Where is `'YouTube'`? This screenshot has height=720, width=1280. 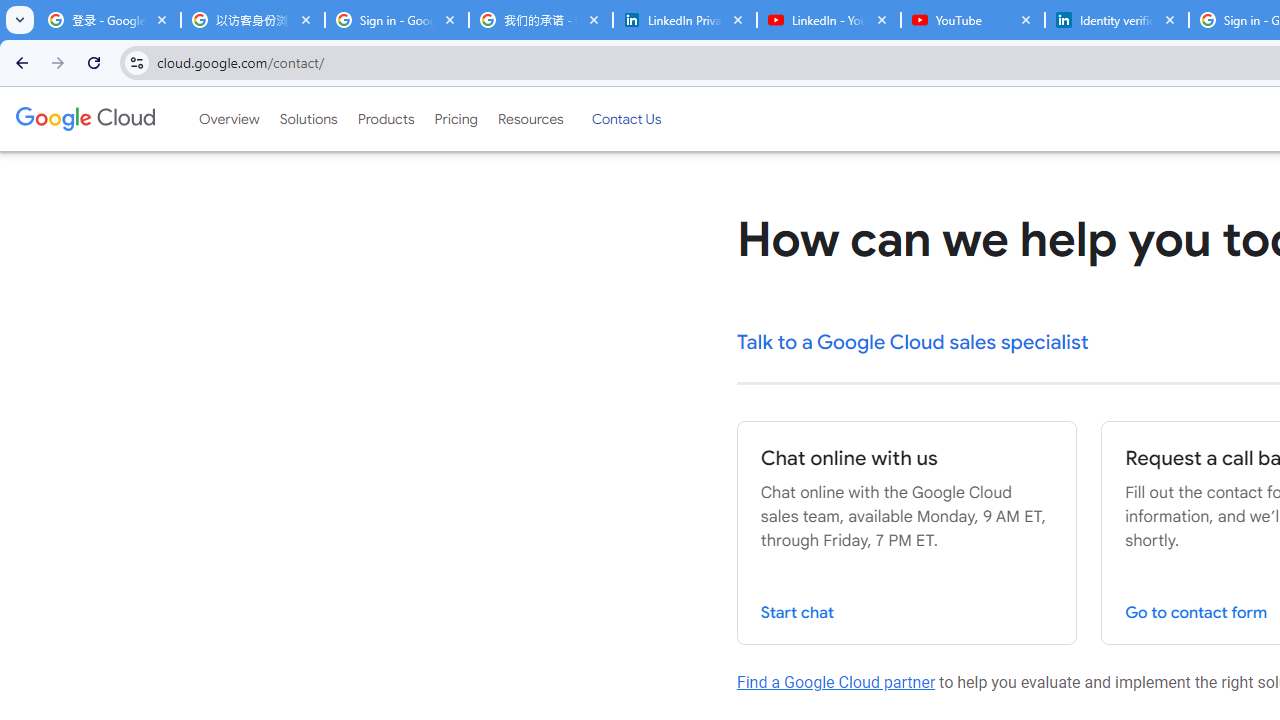
'YouTube' is located at coordinates (972, 20).